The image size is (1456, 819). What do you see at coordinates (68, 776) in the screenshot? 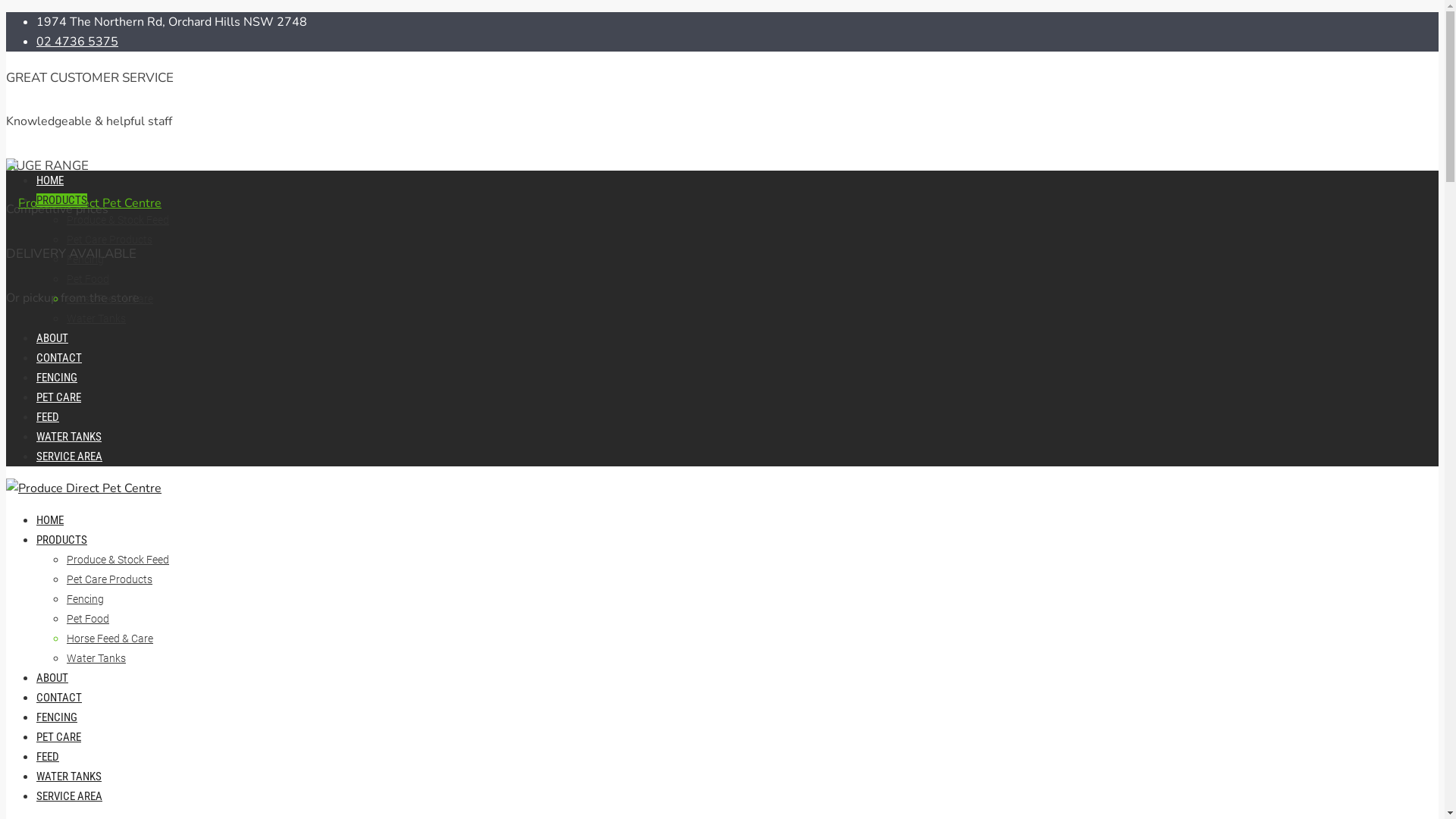
I see `'WATER TANKS'` at bounding box center [68, 776].